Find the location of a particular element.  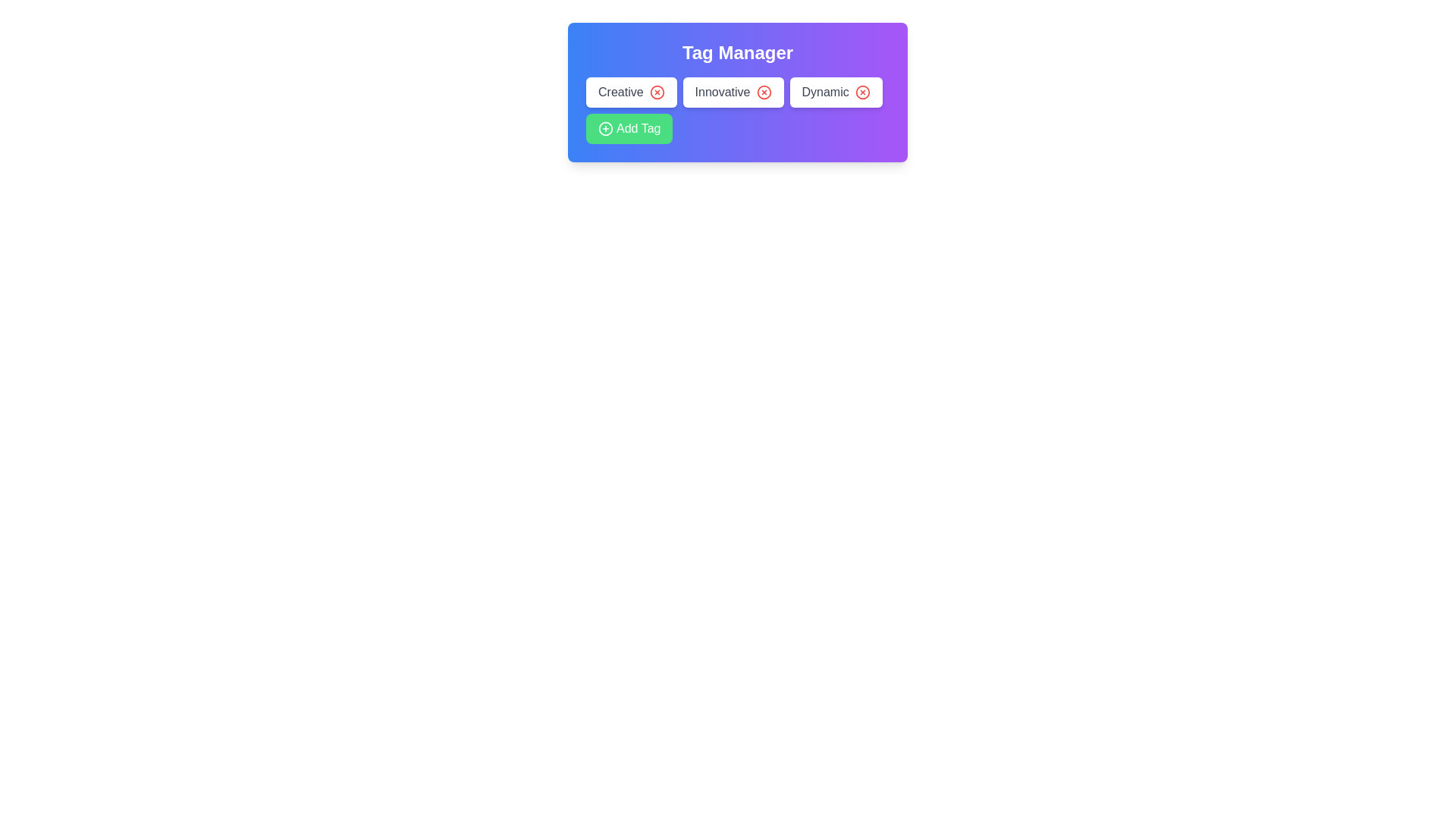

the 'Add Tag' button to add a new tag is located at coordinates (629, 127).